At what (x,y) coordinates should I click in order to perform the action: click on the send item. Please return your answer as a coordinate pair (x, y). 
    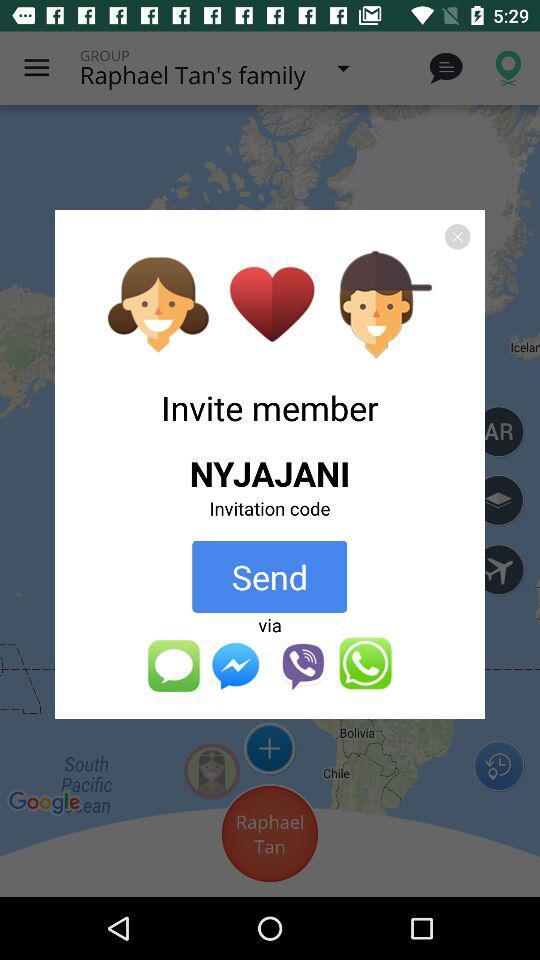
    Looking at the image, I should click on (269, 576).